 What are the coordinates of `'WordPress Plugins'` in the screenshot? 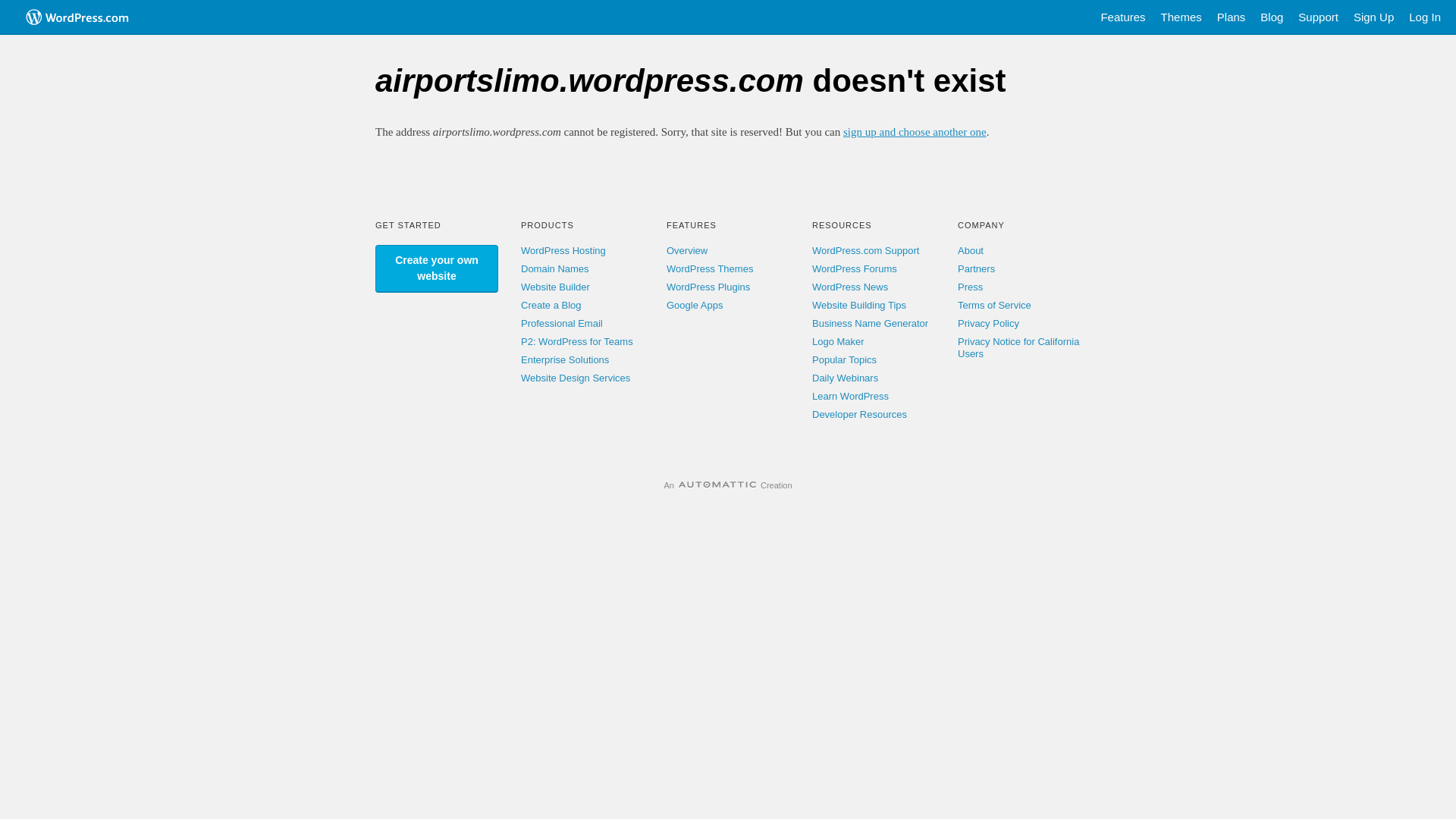 It's located at (666, 287).